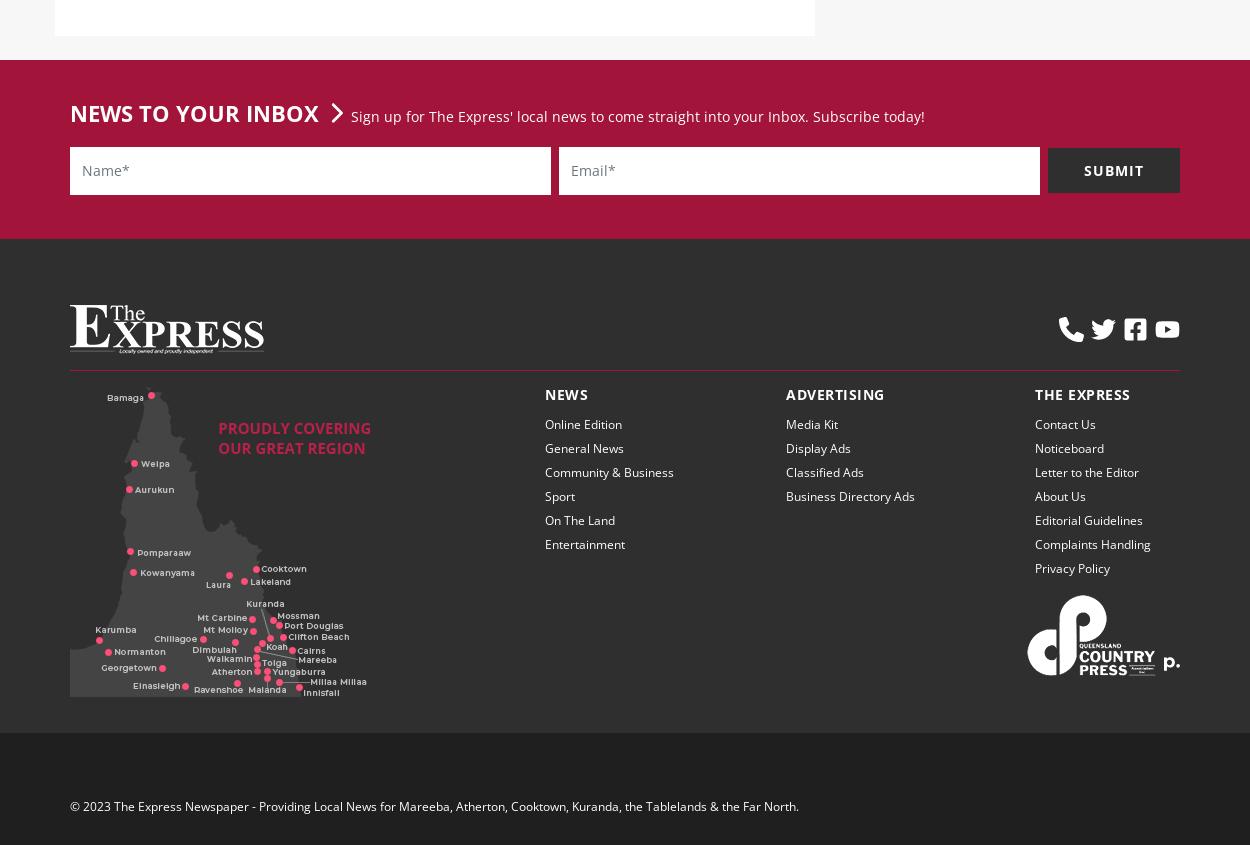  I want to click on 'General News', so click(583, 464).